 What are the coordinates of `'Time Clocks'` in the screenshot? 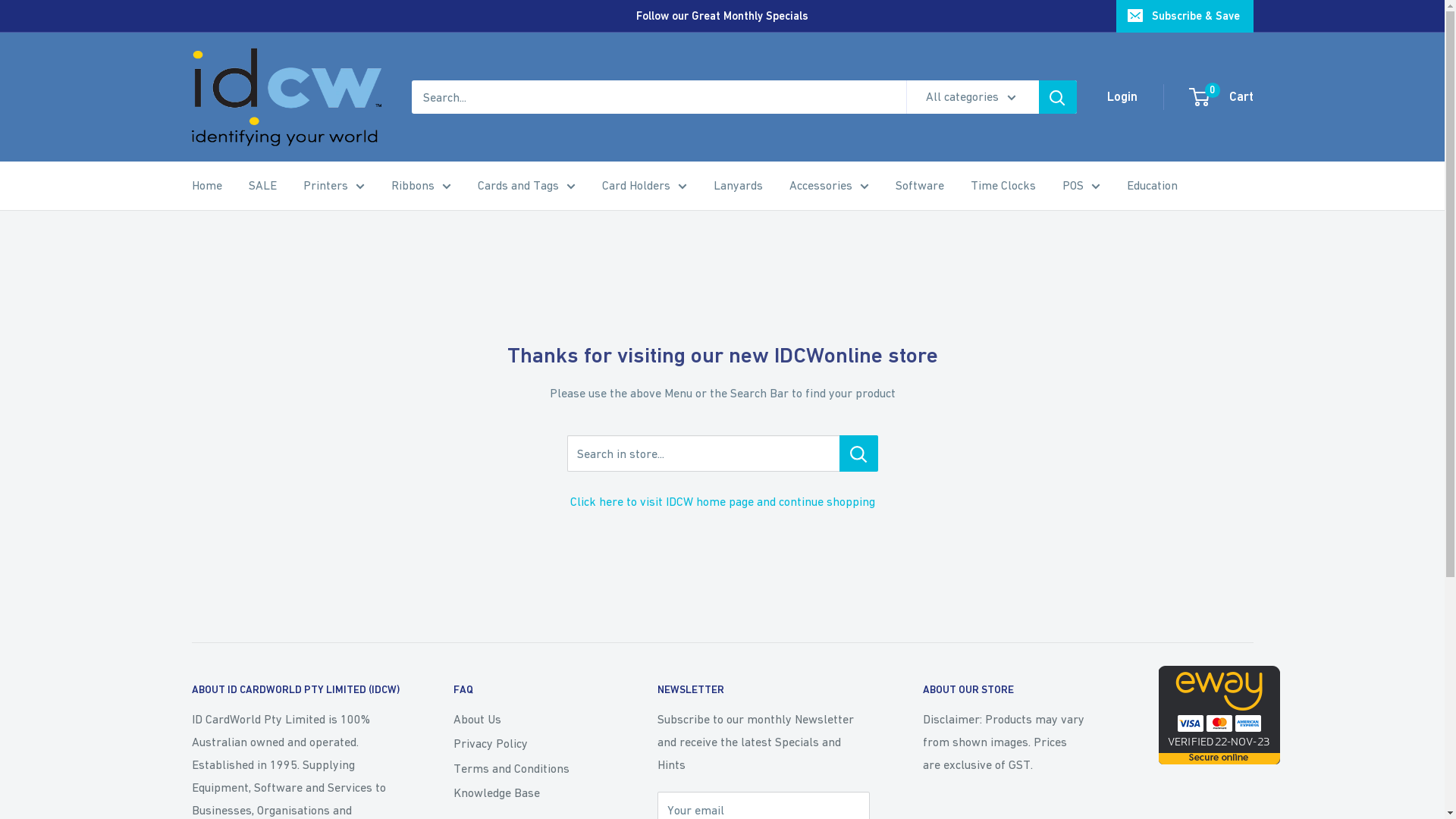 It's located at (1003, 185).